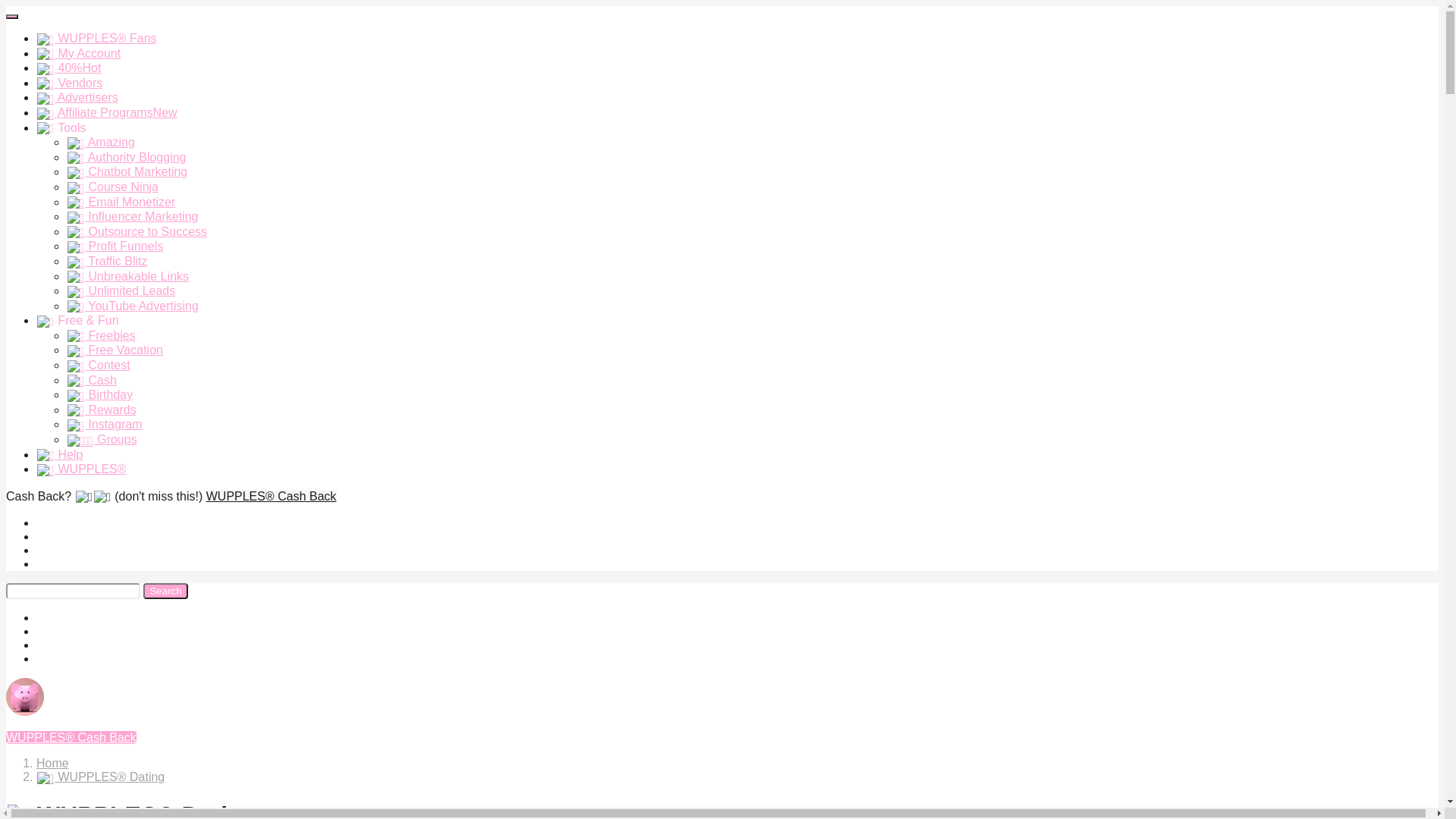  What do you see at coordinates (36, 97) in the screenshot?
I see `'Advertisers'` at bounding box center [36, 97].